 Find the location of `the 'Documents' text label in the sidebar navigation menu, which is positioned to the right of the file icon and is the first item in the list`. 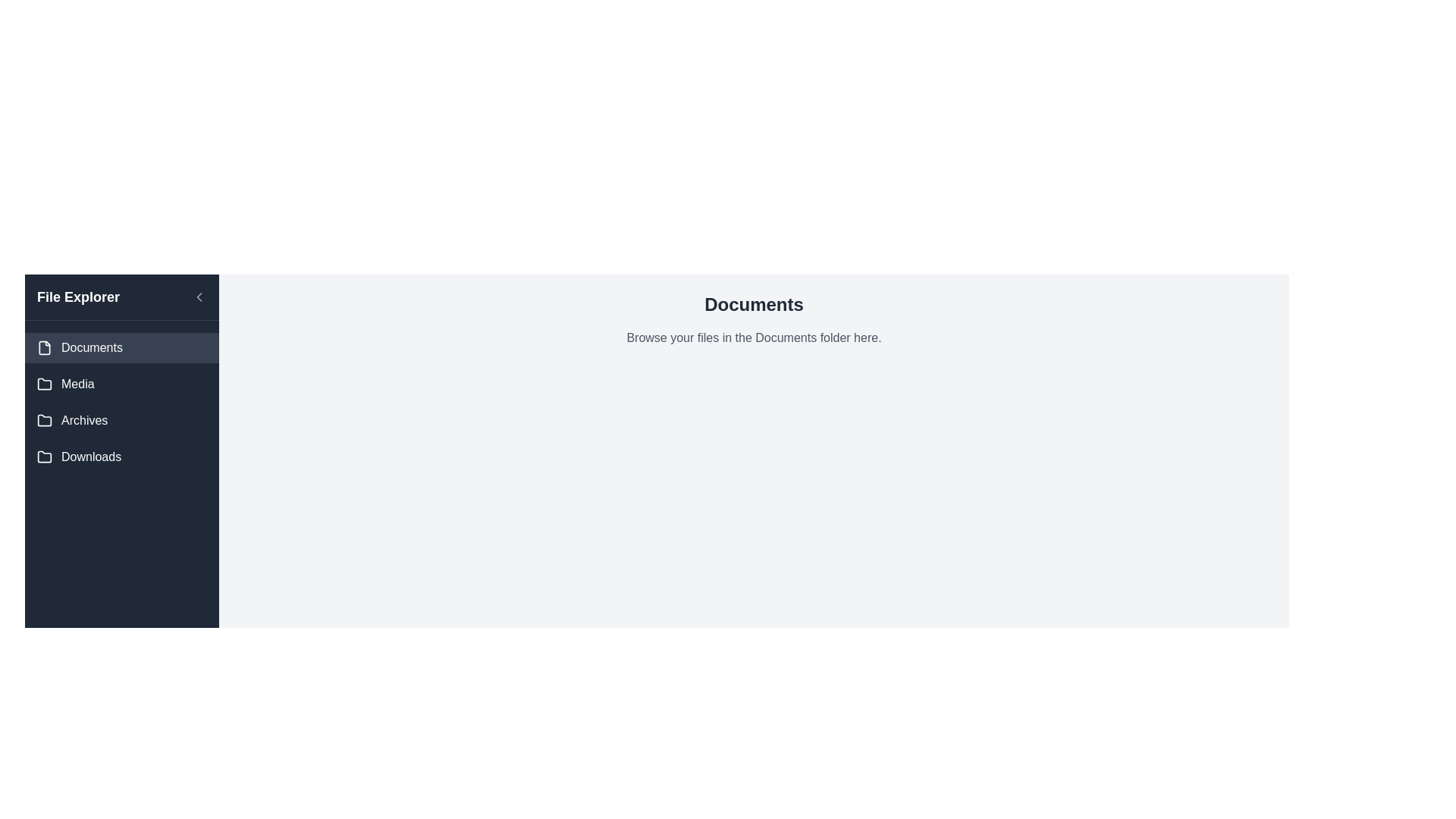

the 'Documents' text label in the sidebar navigation menu, which is positioned to the right of the file icon and is the first item in the list is located at coordinates (91, 348).